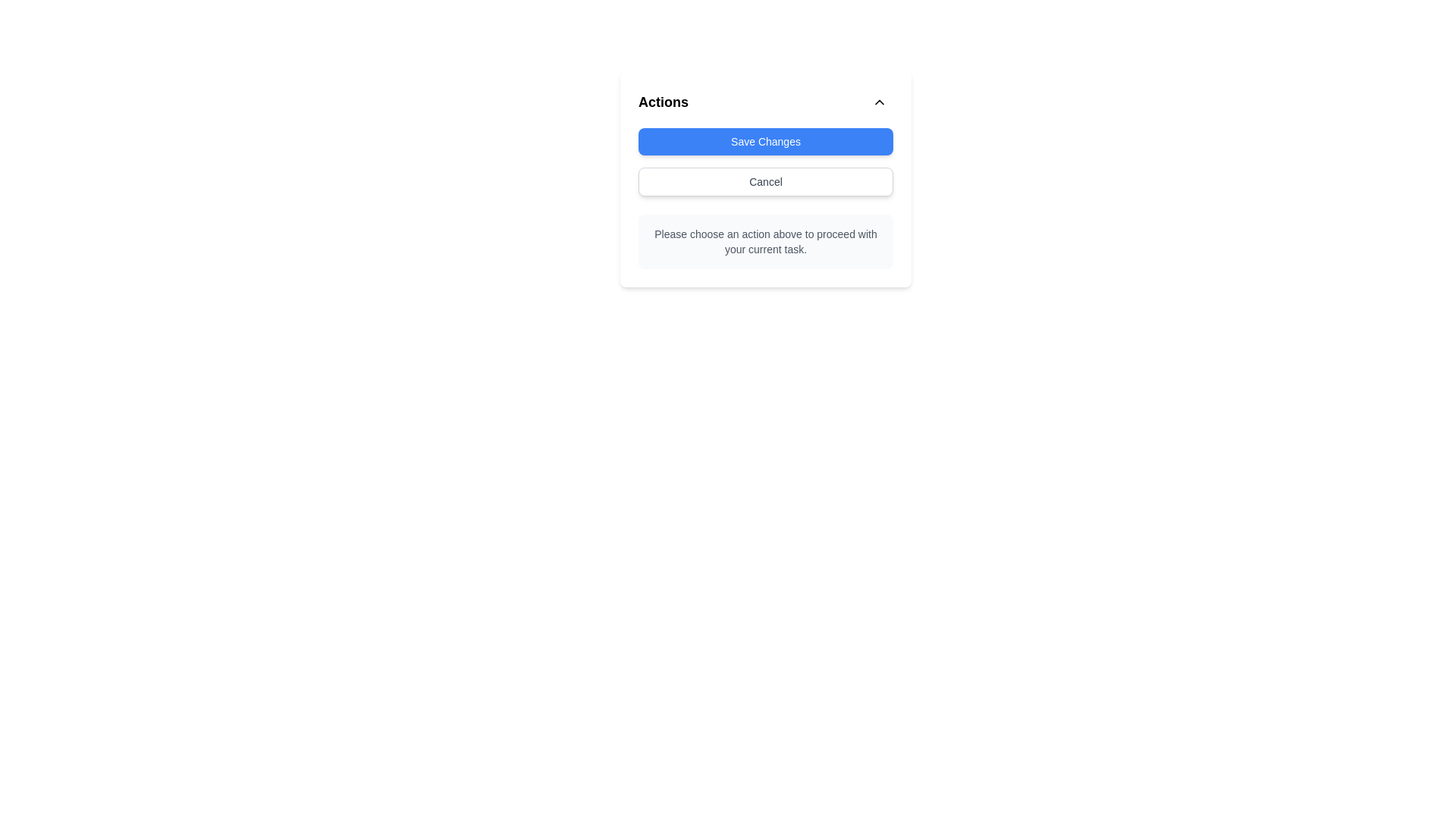  Describe the element at coordinates (765, 241) in the screenshot. I see `the static text label displaying 'Please choose an action above to proceed with your current task.' which is centrally aligned within the 'Actions' section of the card-like interface` at that location.